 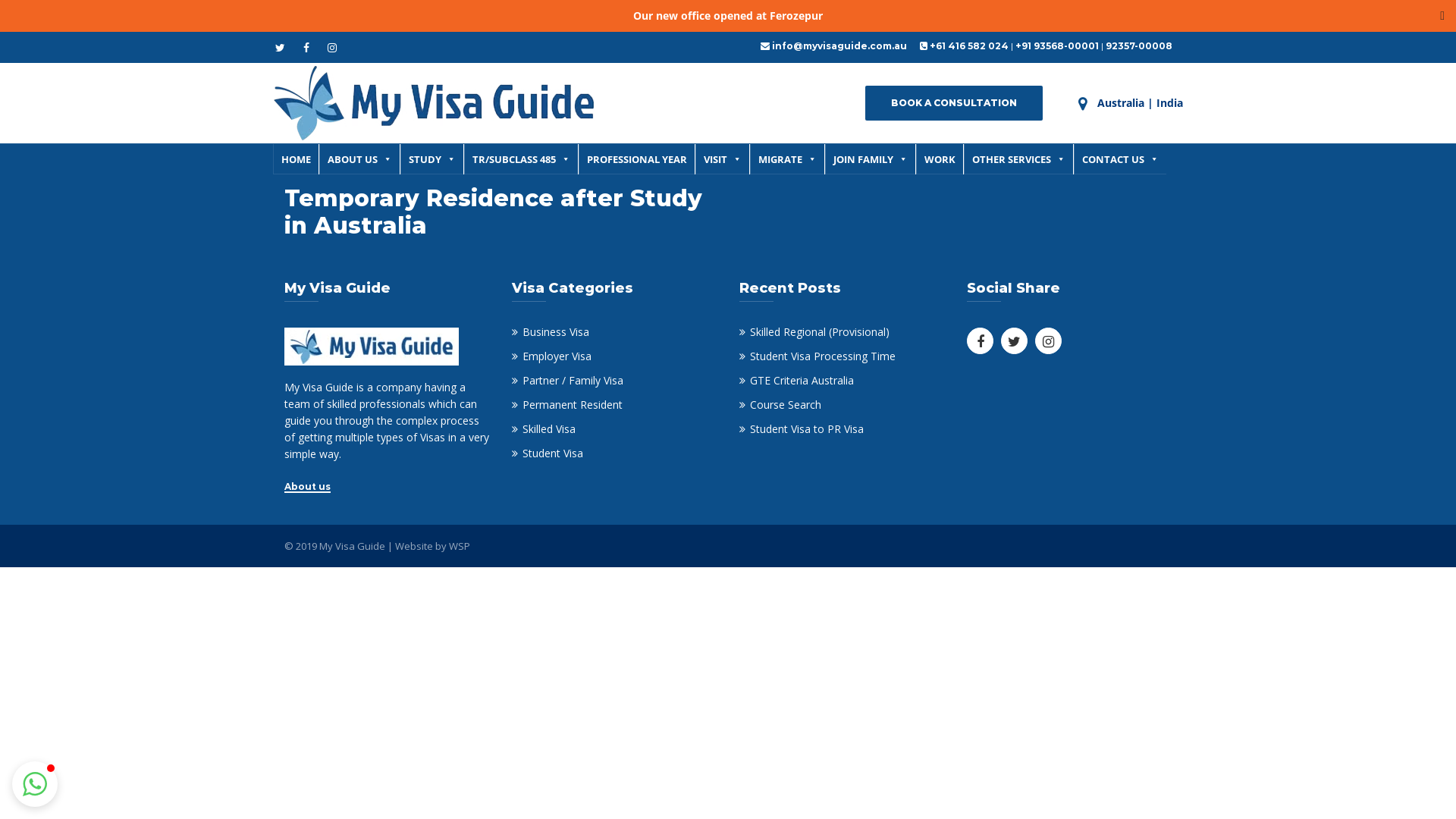 What do you see at coordinates (546, 452) in the screenshot?
I see `'Student Visa'` at bounding box center [546, 452].